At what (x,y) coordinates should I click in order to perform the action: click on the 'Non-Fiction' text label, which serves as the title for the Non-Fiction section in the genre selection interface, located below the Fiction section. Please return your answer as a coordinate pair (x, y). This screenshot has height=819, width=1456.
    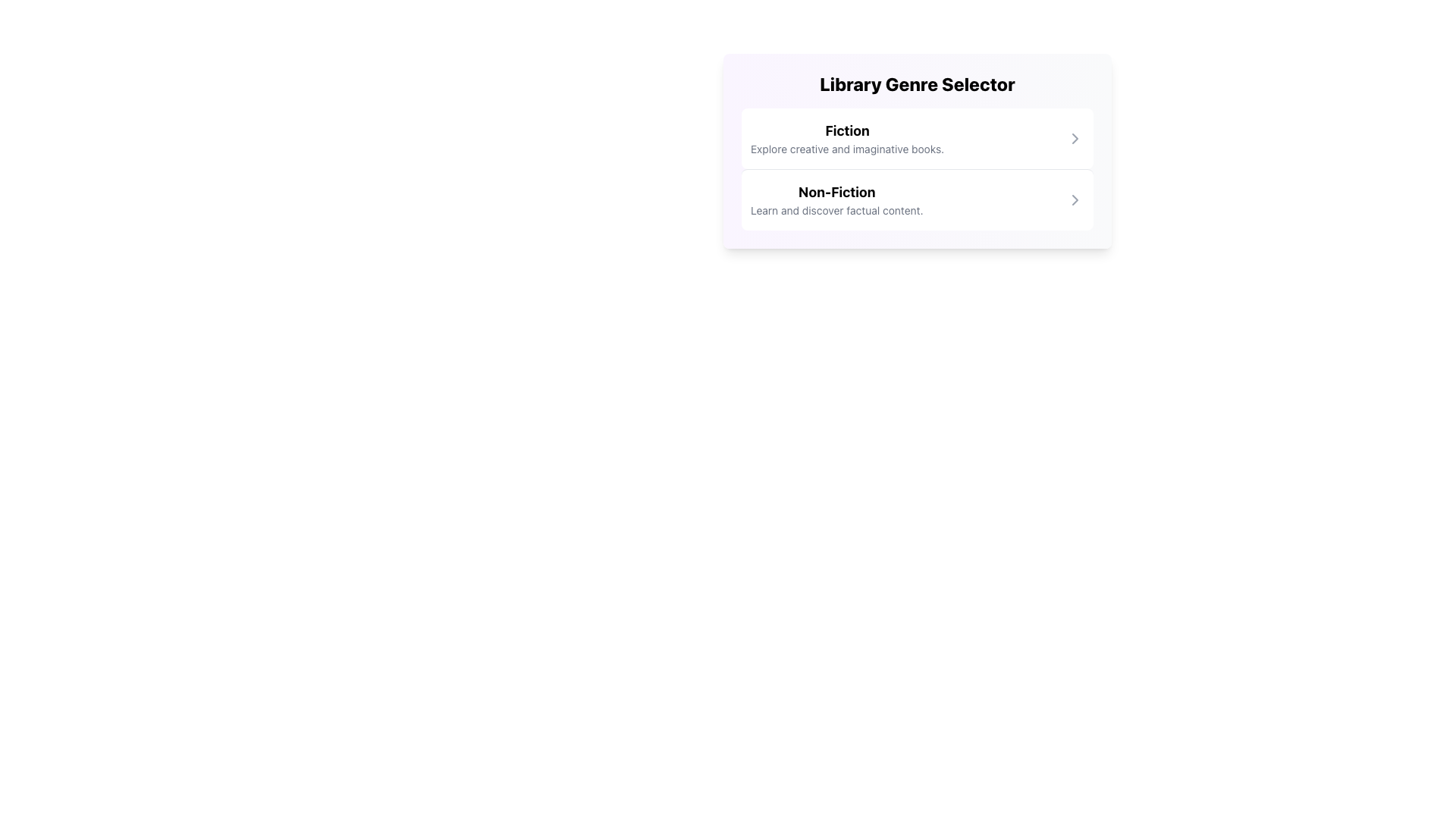
    Looking at the image, I should click on (836, 192).